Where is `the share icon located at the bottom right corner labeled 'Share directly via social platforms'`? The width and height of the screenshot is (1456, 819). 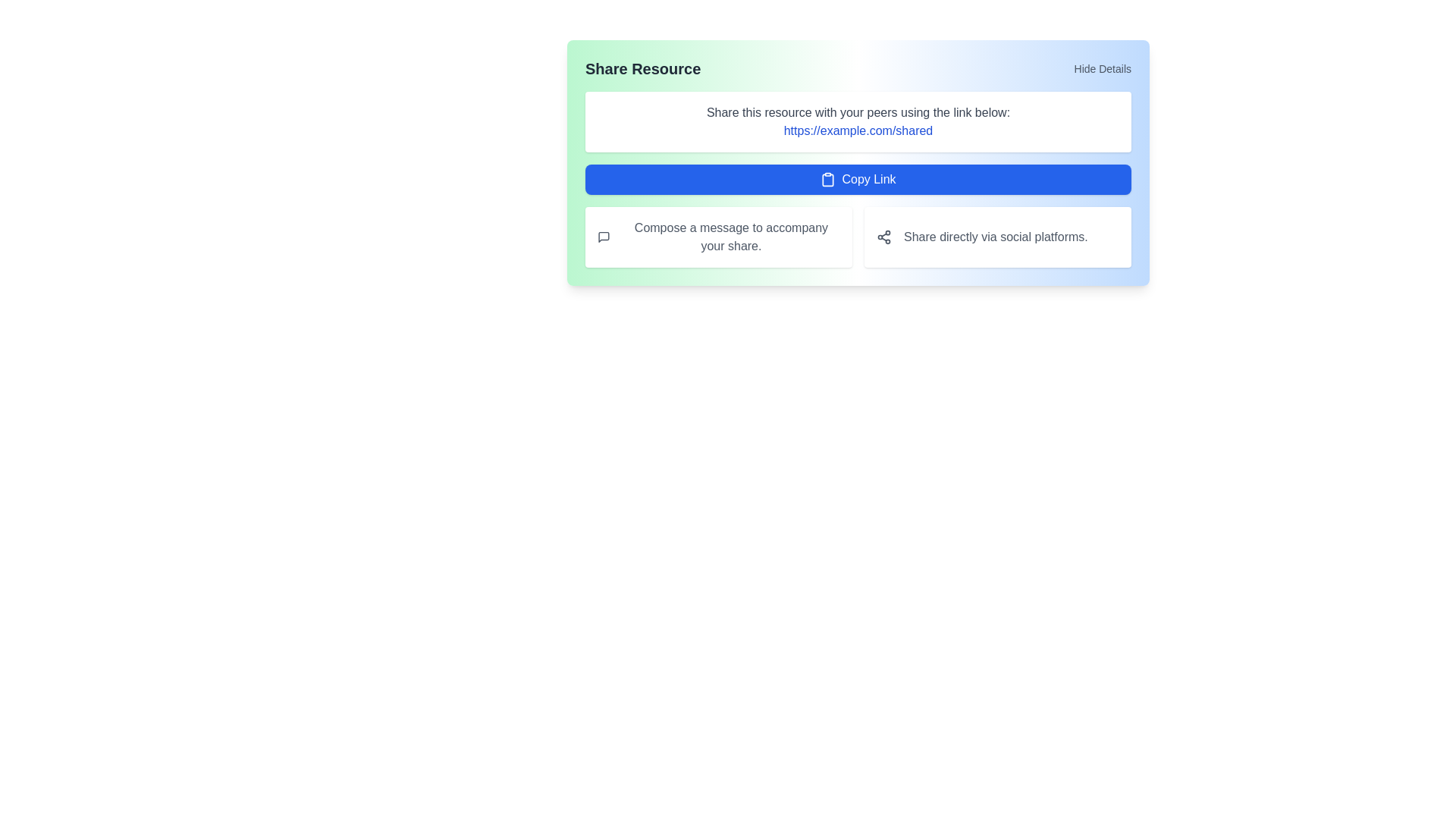
the share icon located at the bottom right corner labeled 'Share directly via social platforms' is located at coordinates (884, 237).